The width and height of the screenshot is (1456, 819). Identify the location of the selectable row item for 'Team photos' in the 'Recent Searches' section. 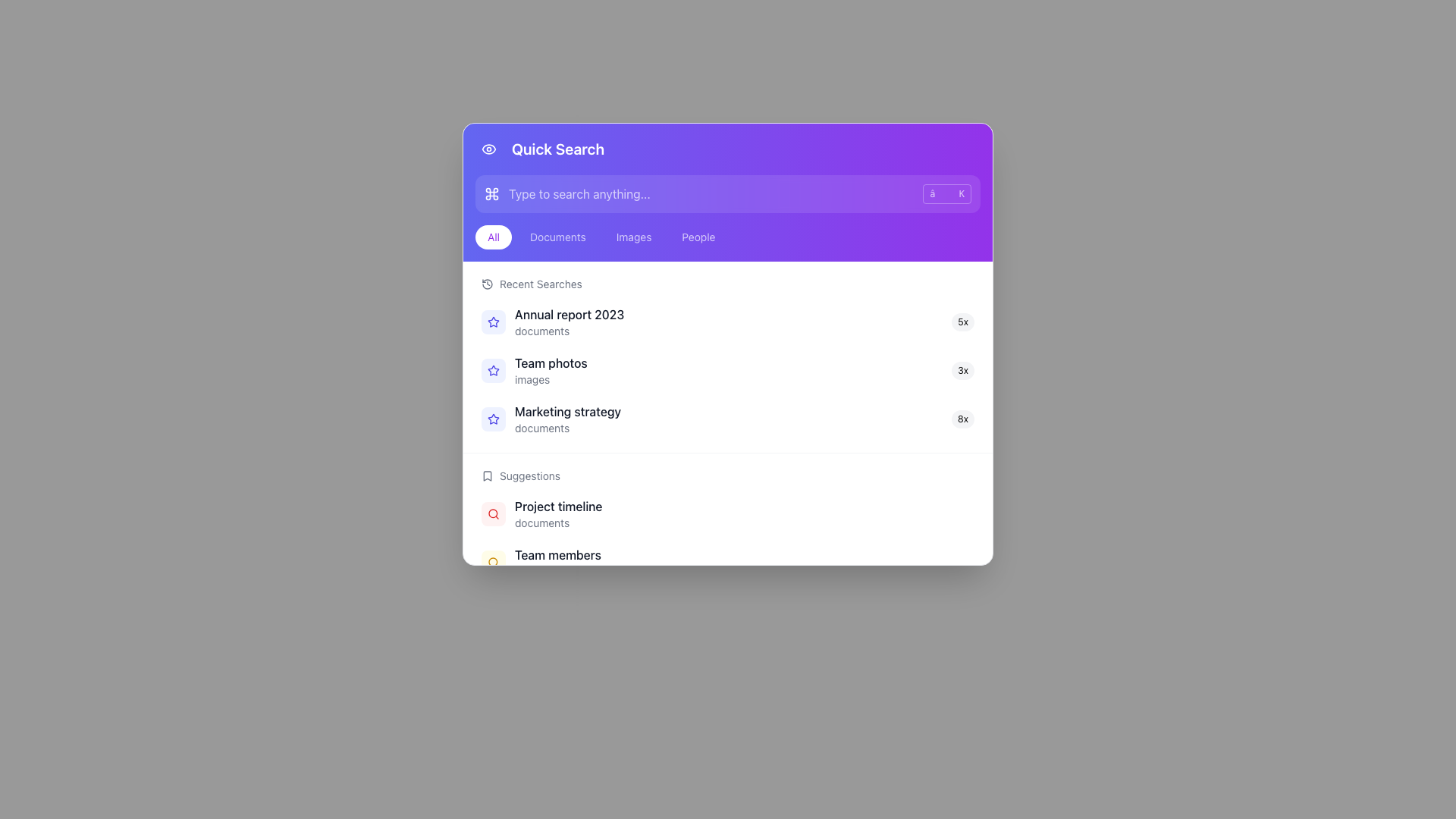
(728, 371).